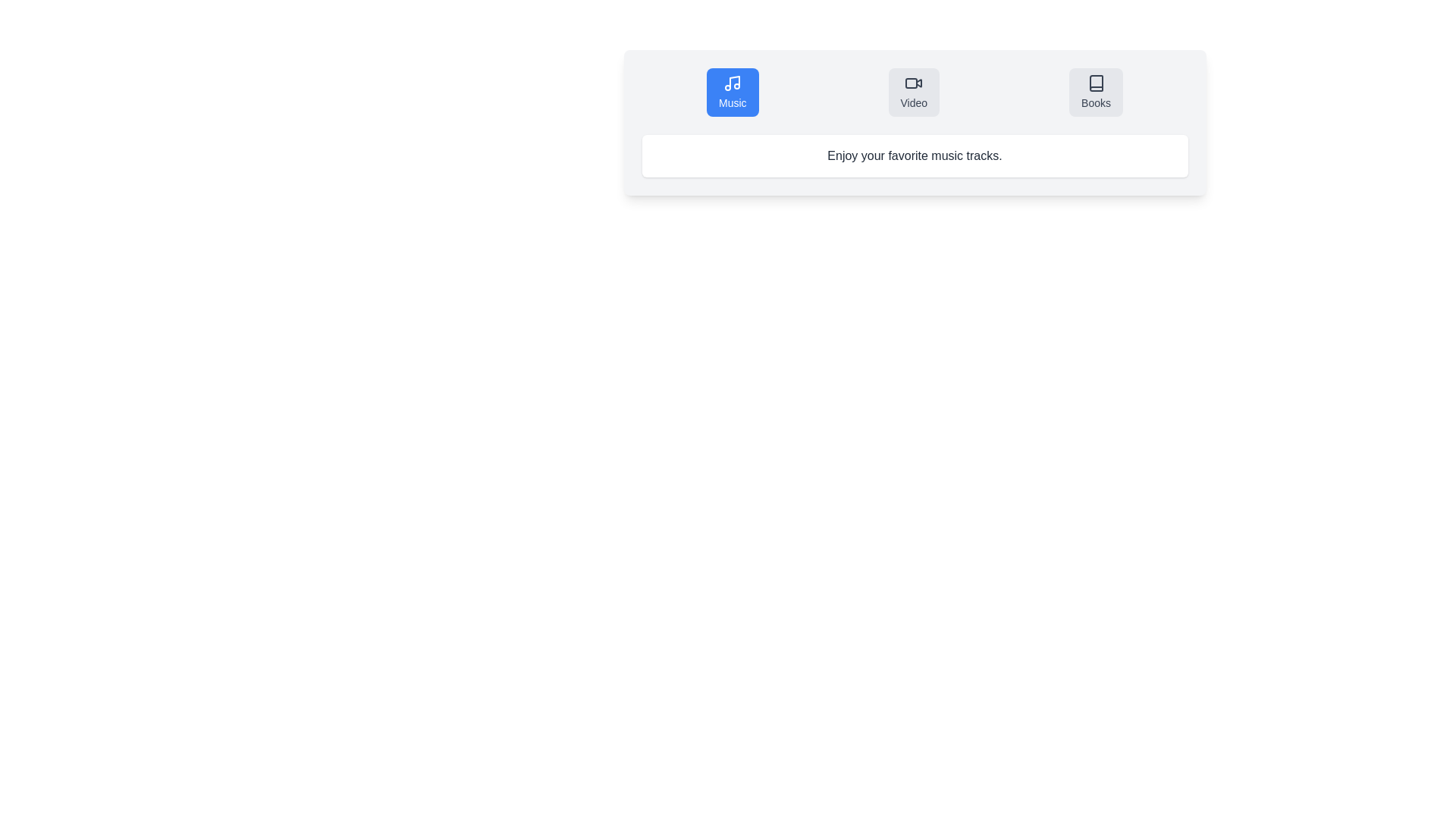  I want to click on the static text element that provides additional information for the 'Music' button, which is located below the row of 'Music', 'Video', and 'Books' buttons, so click(914, 155).